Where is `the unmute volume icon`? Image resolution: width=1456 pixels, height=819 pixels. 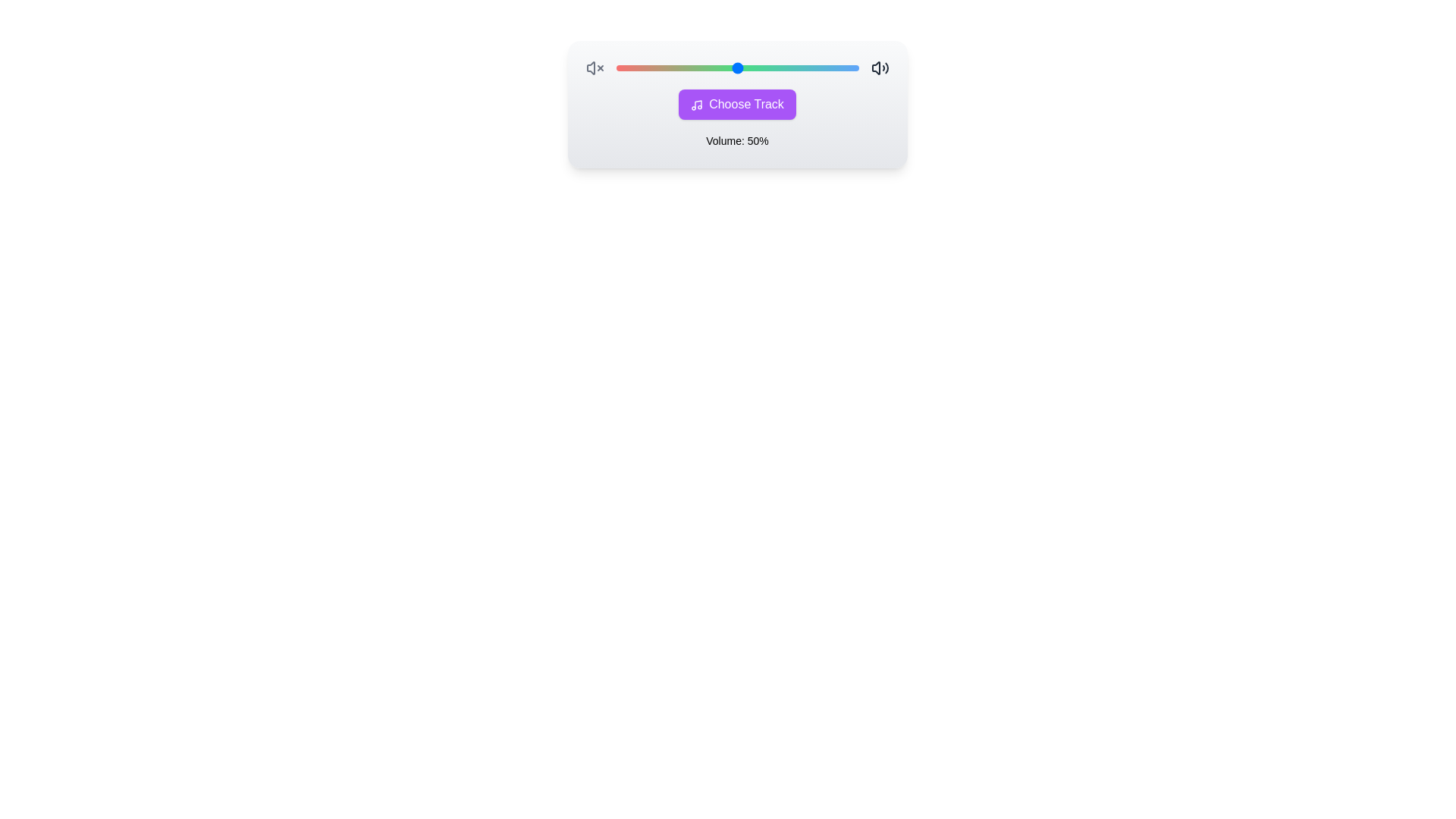 the unmute volume icon is located at coordinates (880, 67).